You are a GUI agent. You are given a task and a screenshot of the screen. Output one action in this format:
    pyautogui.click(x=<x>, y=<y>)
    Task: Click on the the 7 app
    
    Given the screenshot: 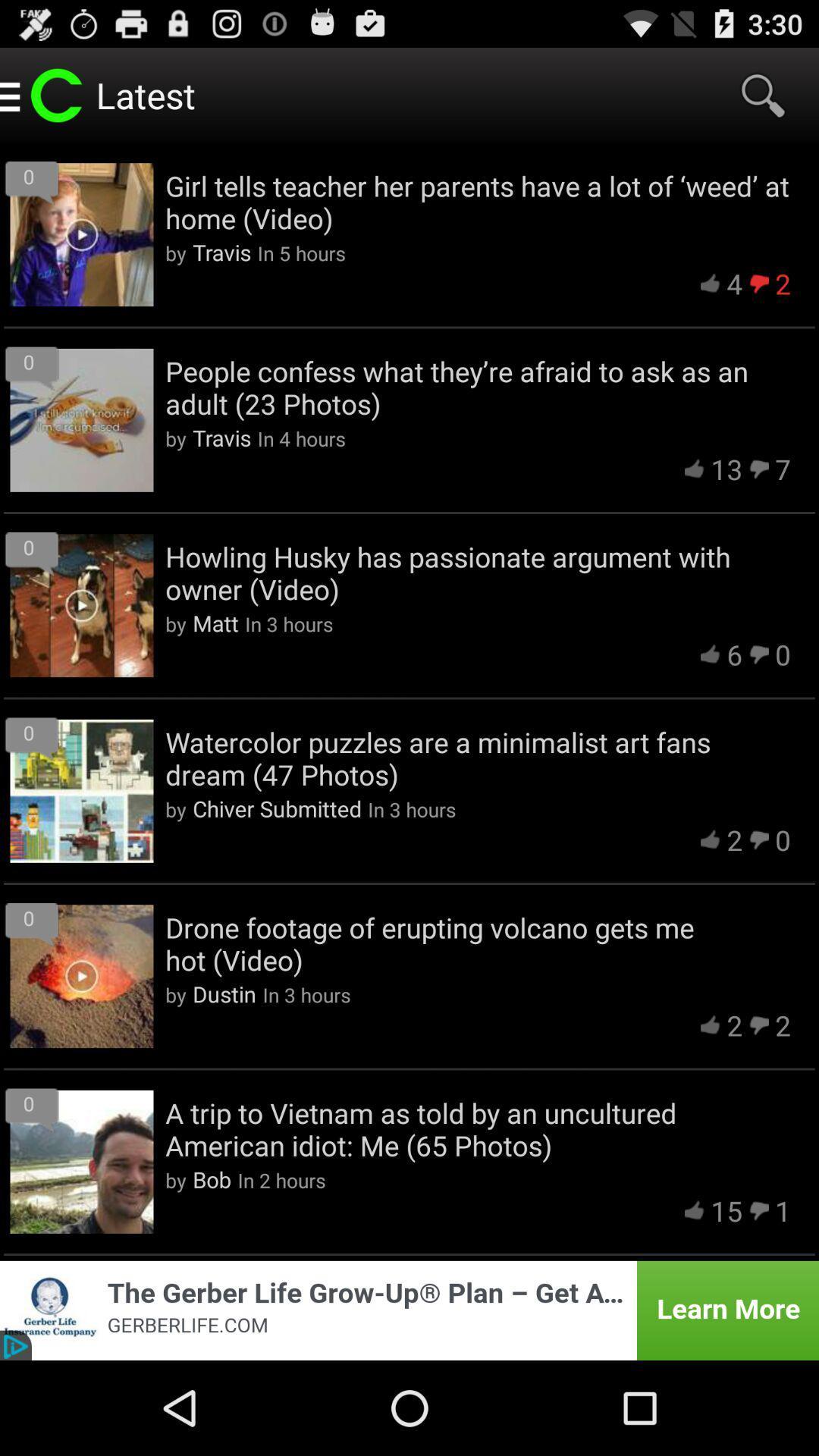 What is the action you would take?
    pyautogui.click(x=783, y=468)
    